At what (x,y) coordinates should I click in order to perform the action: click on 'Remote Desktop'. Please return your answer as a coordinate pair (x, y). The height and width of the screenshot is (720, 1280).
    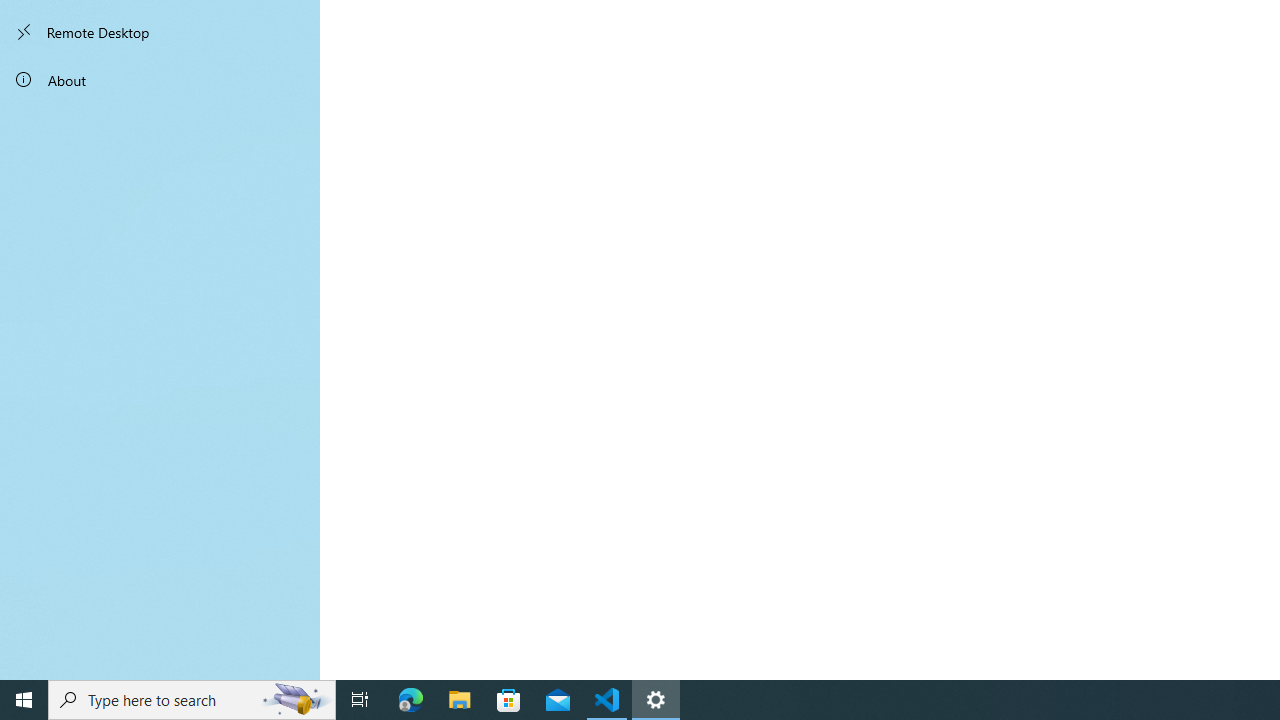
    Looking at the image, I should click on (160, 32).